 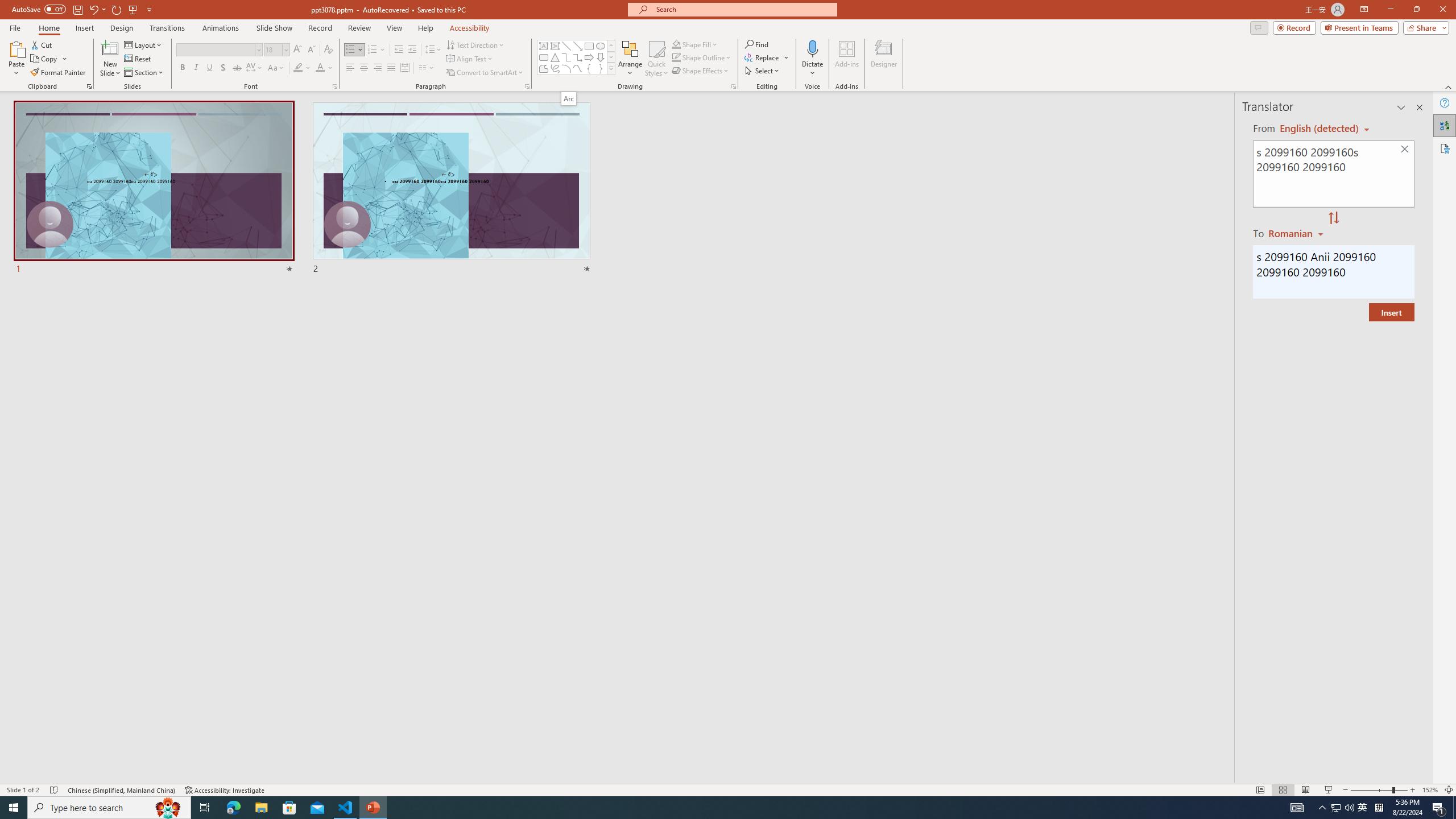 I want to click on 'Align Right', so click(x=378, y=67).